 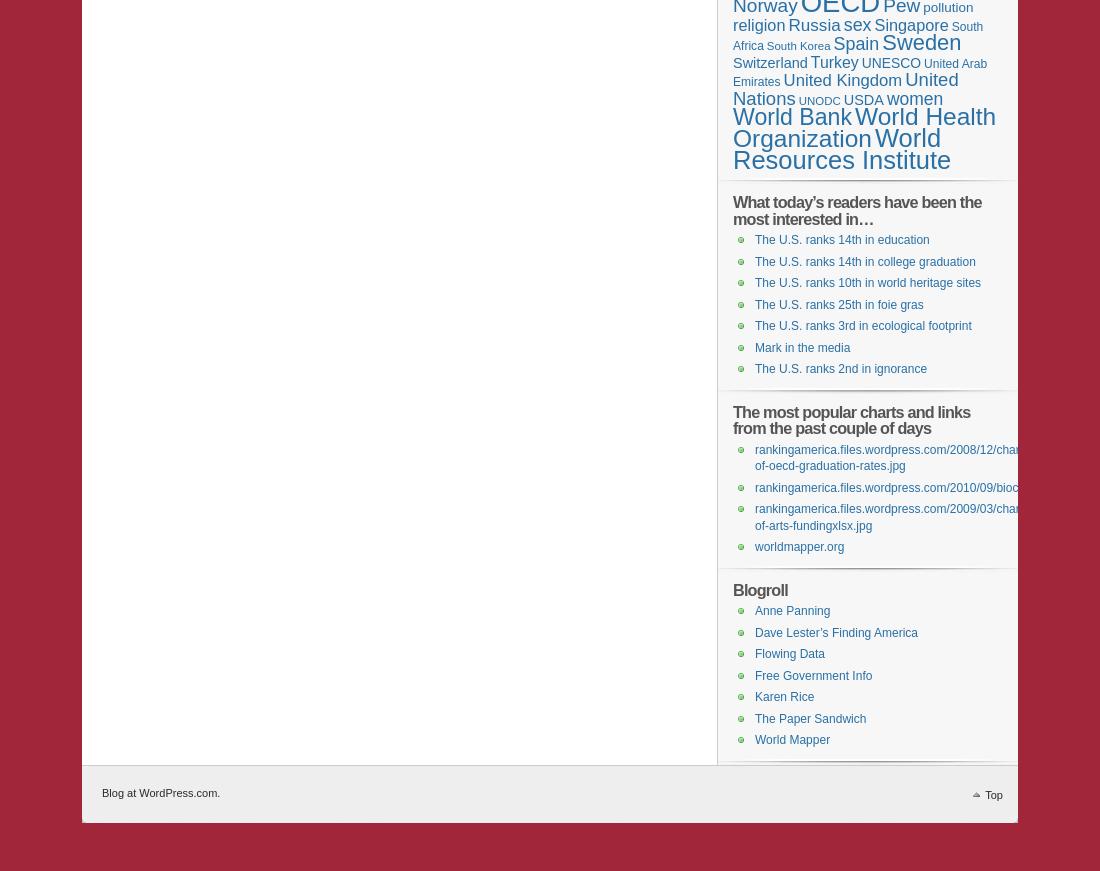 I want to click on 'worldmapper.org', so click(x=799, y=546).